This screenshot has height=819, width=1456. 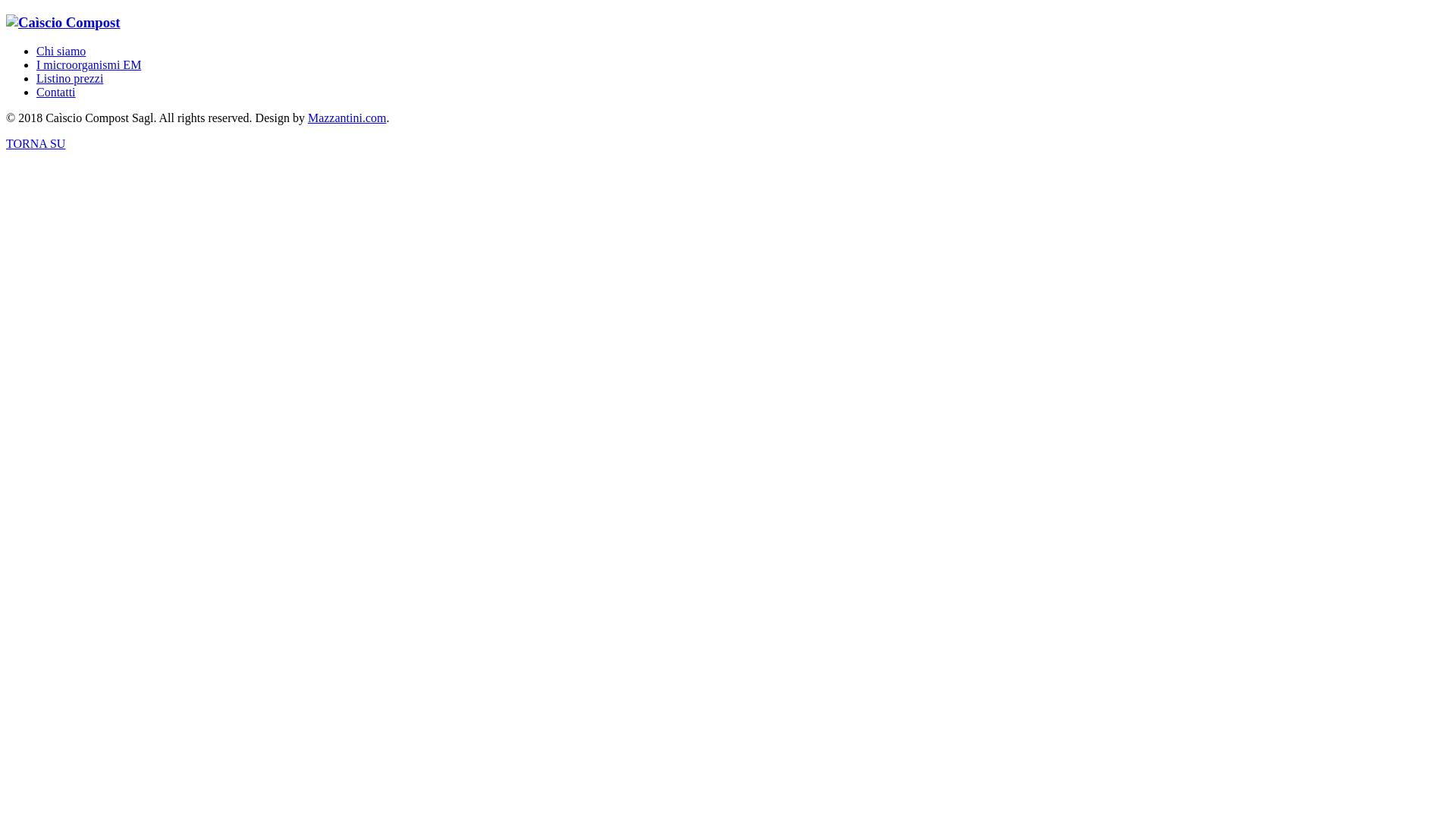 I want to click on 'Mazzantini.com', so click(x=346, y=117).